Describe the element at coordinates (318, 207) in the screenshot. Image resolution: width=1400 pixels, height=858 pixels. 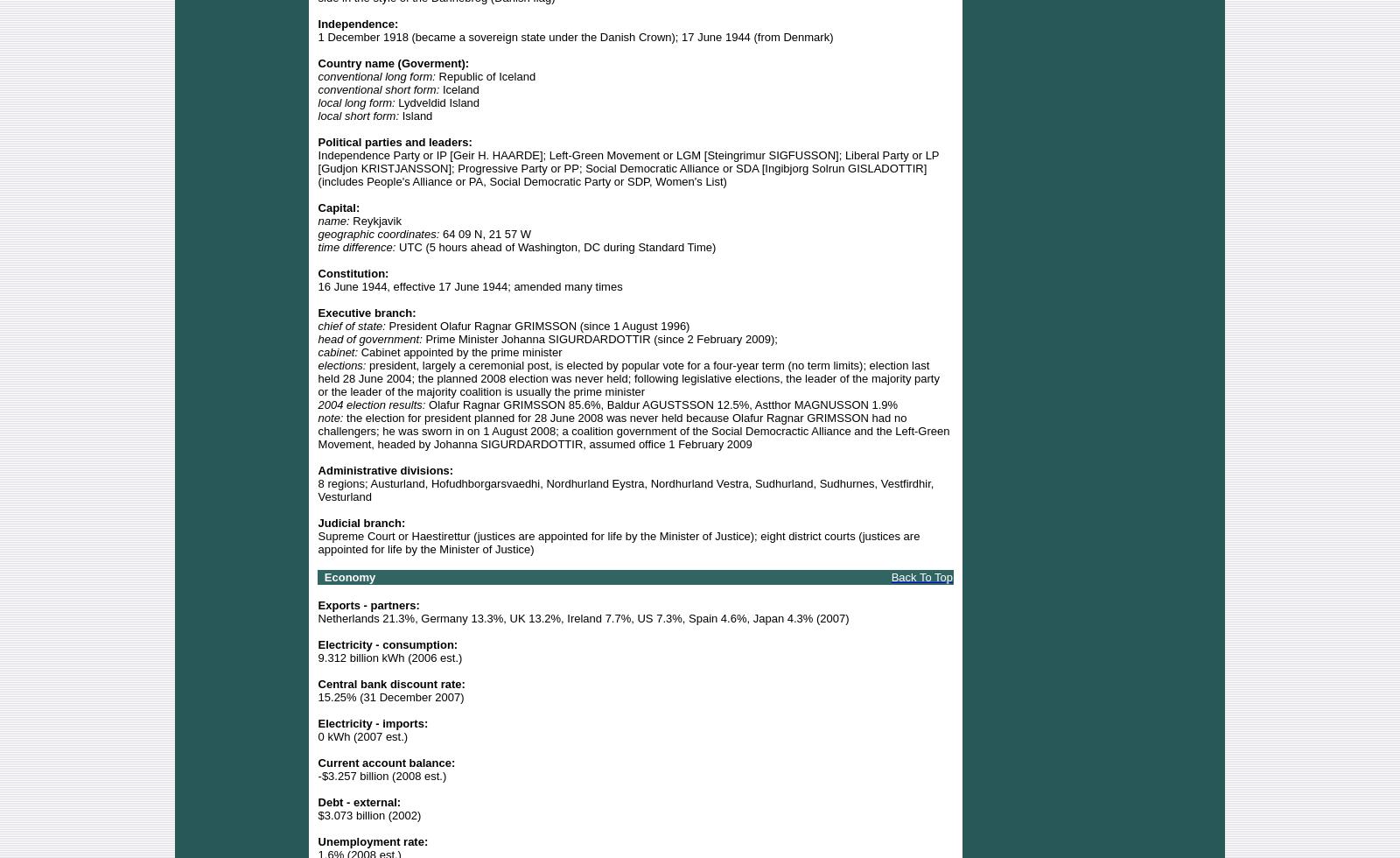
I see `'Capital:'` at that location.